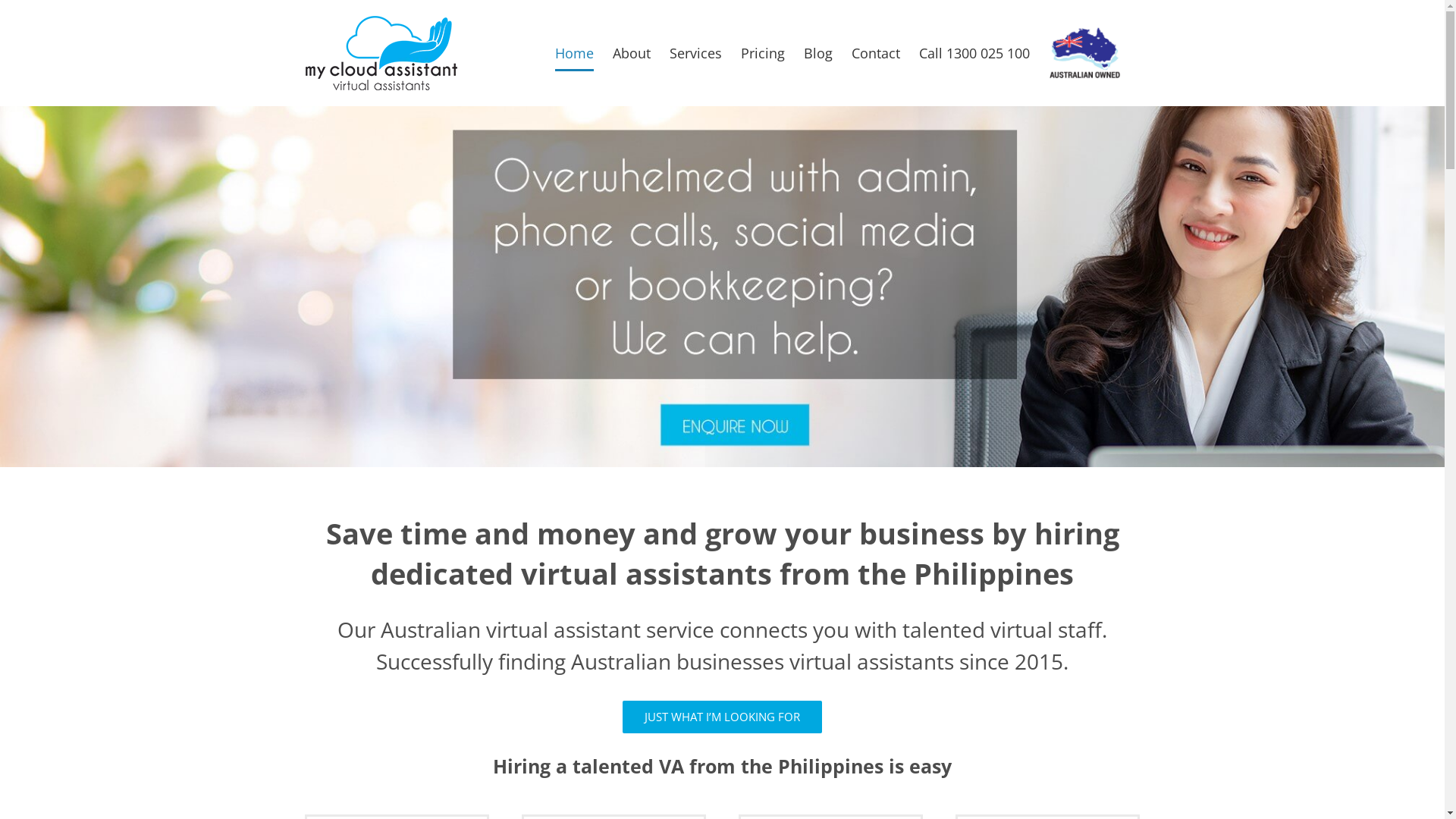  Describe the element at coordinates (918, 52) in the screenshot. I see `'Call 1300 025 100'` at that location.